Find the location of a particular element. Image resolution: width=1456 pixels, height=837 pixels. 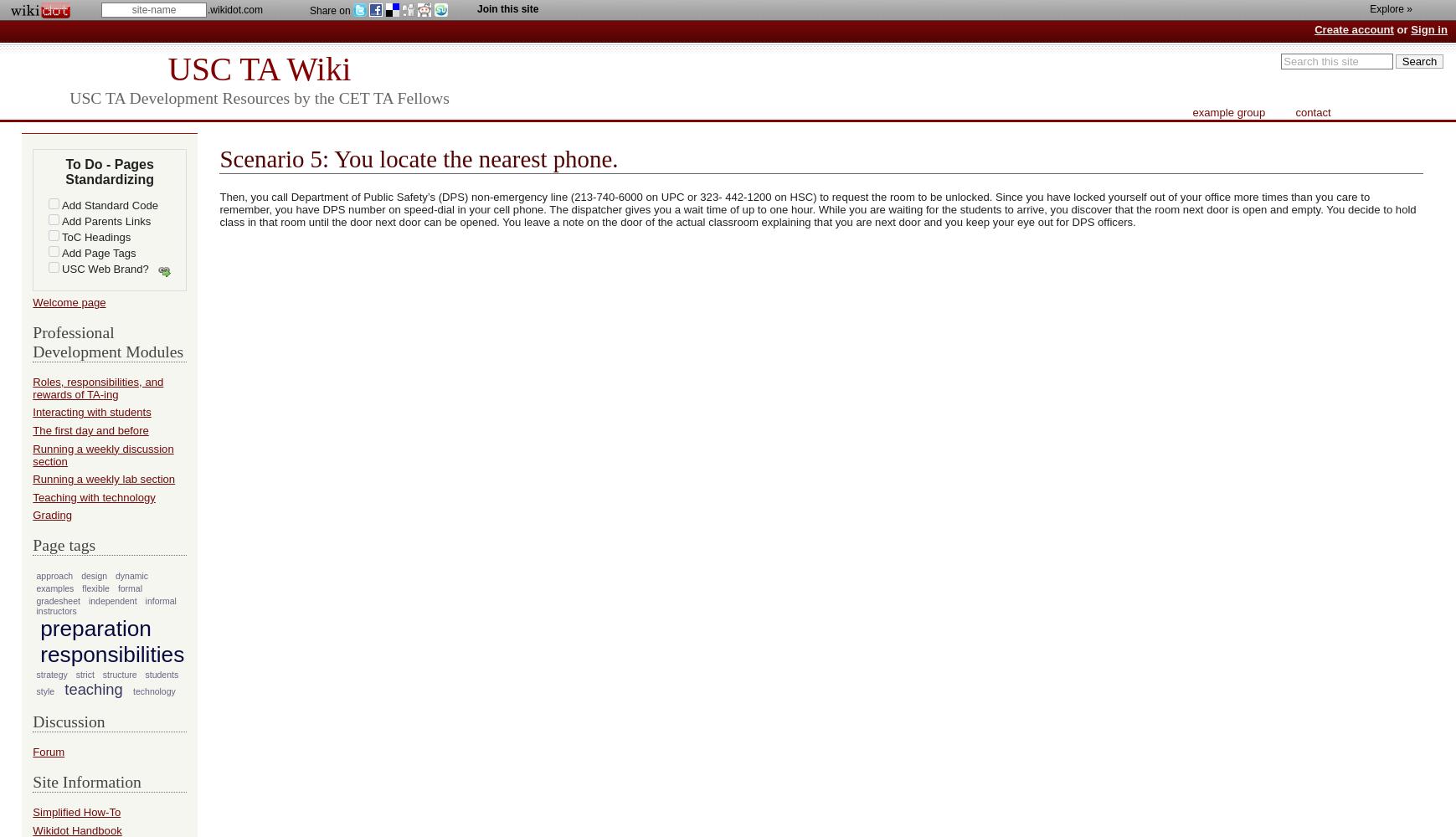

'Join this site' is located at coordinates (477, 9).